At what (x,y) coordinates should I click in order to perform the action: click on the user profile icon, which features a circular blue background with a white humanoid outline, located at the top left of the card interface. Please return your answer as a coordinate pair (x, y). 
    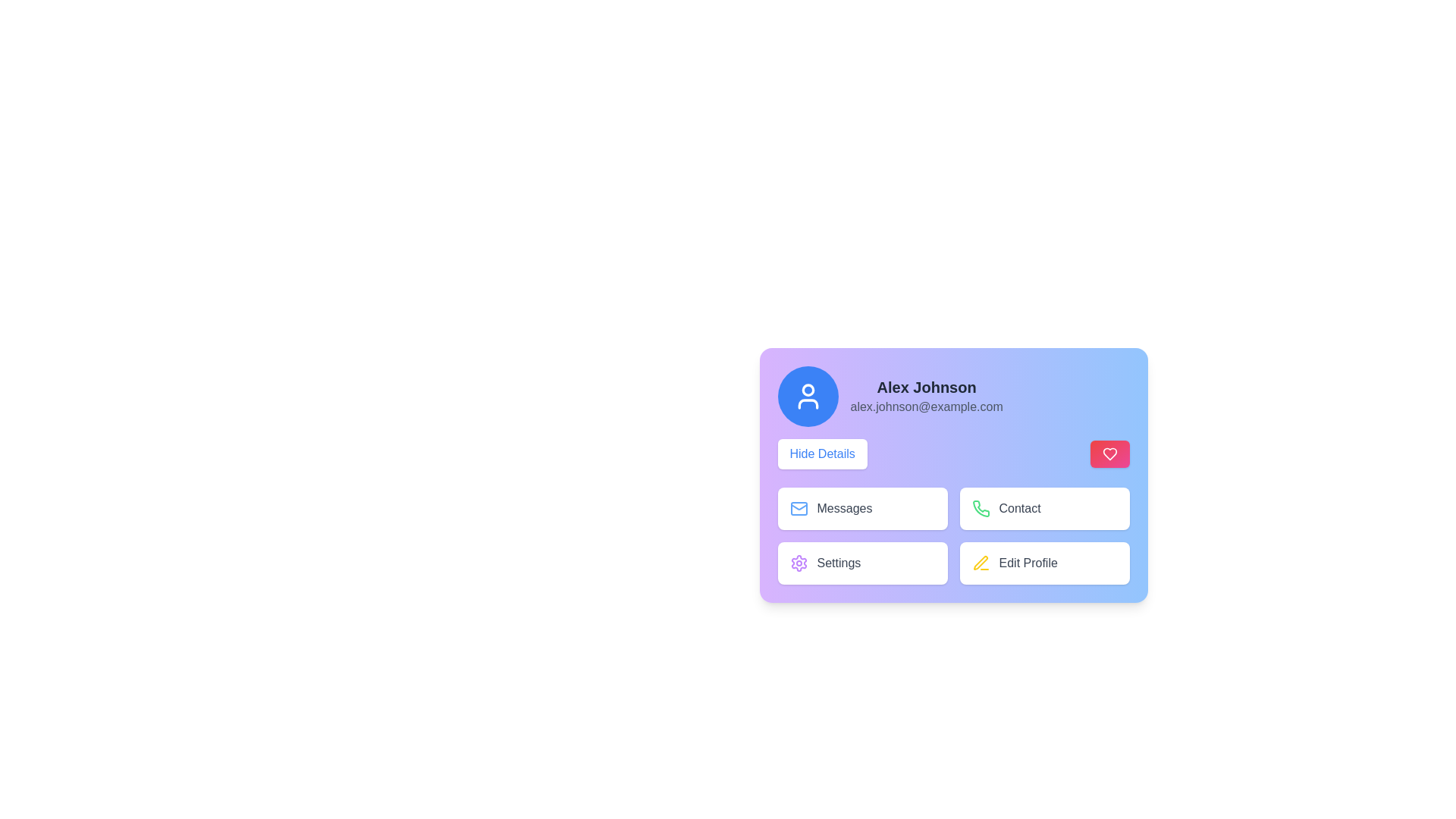
    Looking at the image, I should click on (807, 396).